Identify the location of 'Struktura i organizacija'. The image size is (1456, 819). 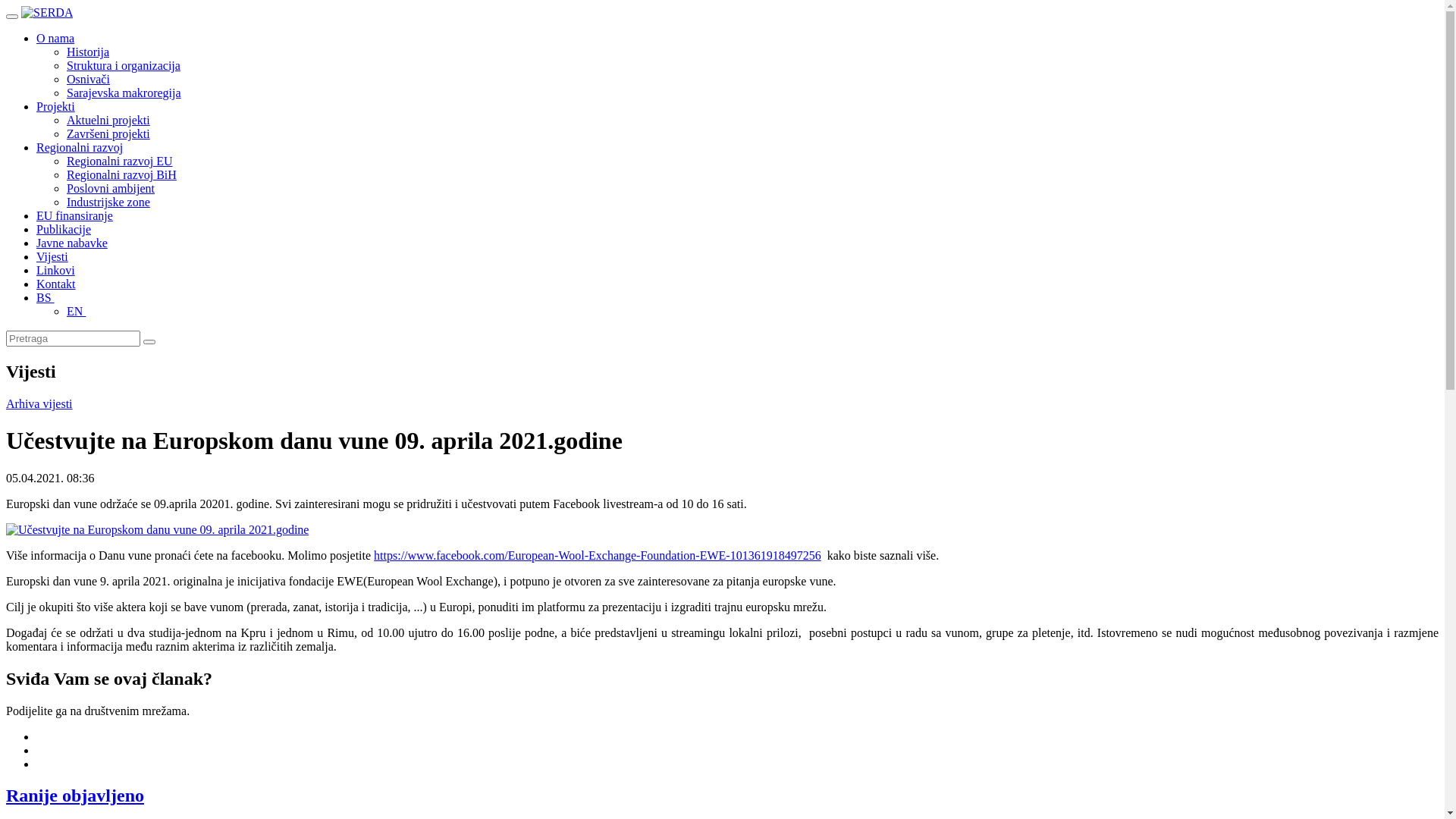
(124, 64).